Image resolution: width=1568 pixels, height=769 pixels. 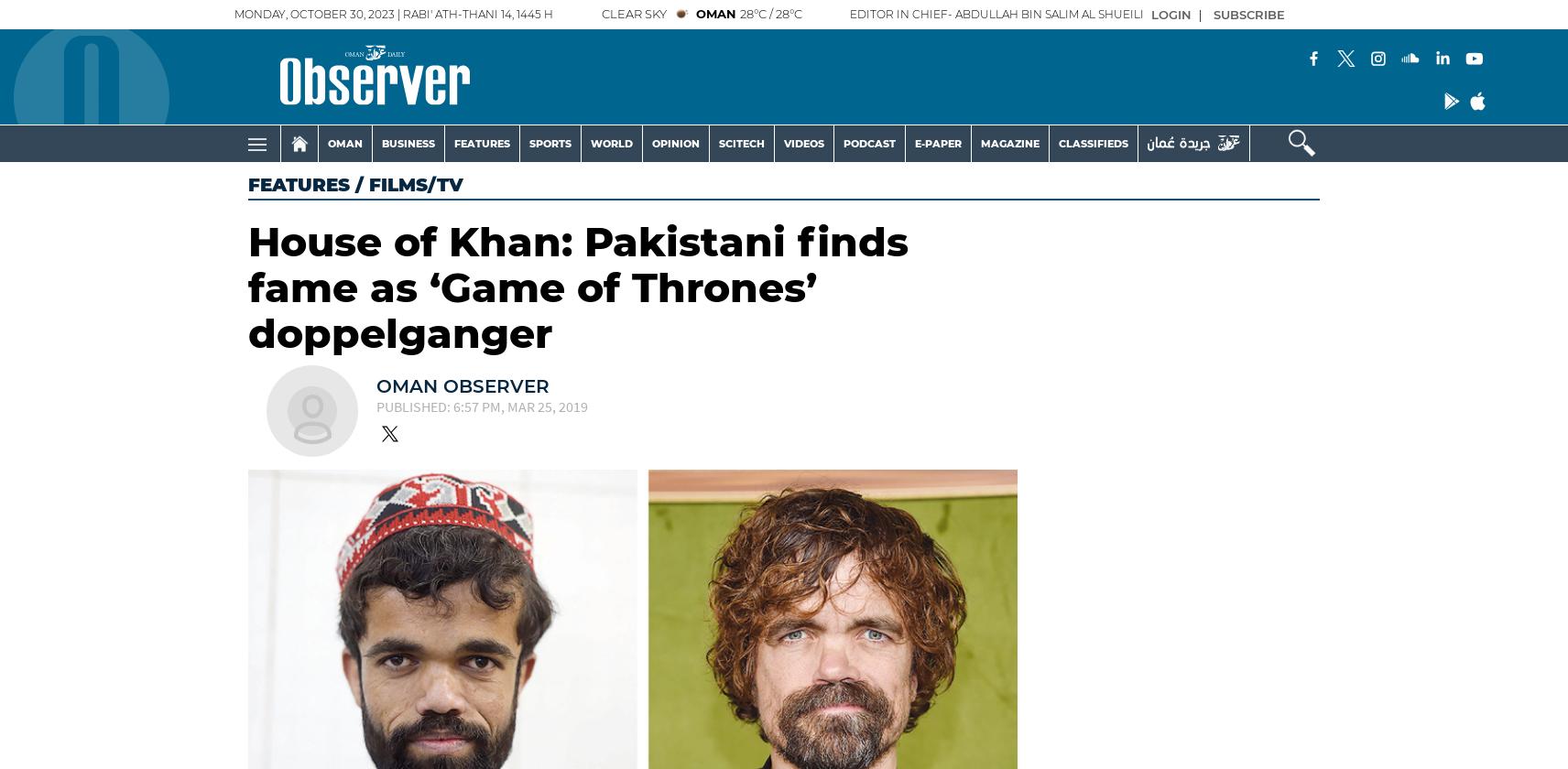 I want to click on 'SPORTS', so click(x=528, y=143).